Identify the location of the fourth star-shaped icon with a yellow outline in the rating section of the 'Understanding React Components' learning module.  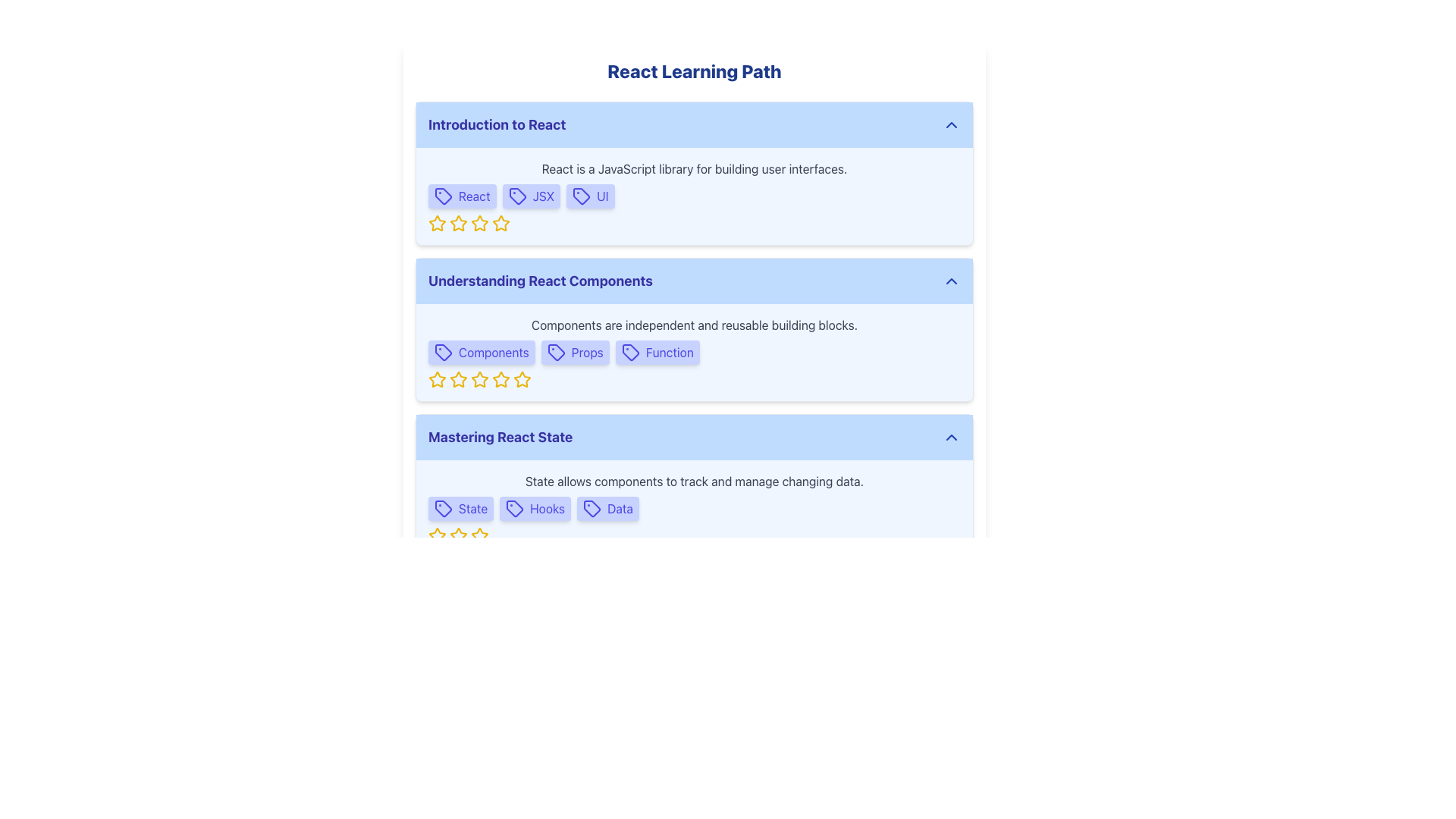
(479, 379).